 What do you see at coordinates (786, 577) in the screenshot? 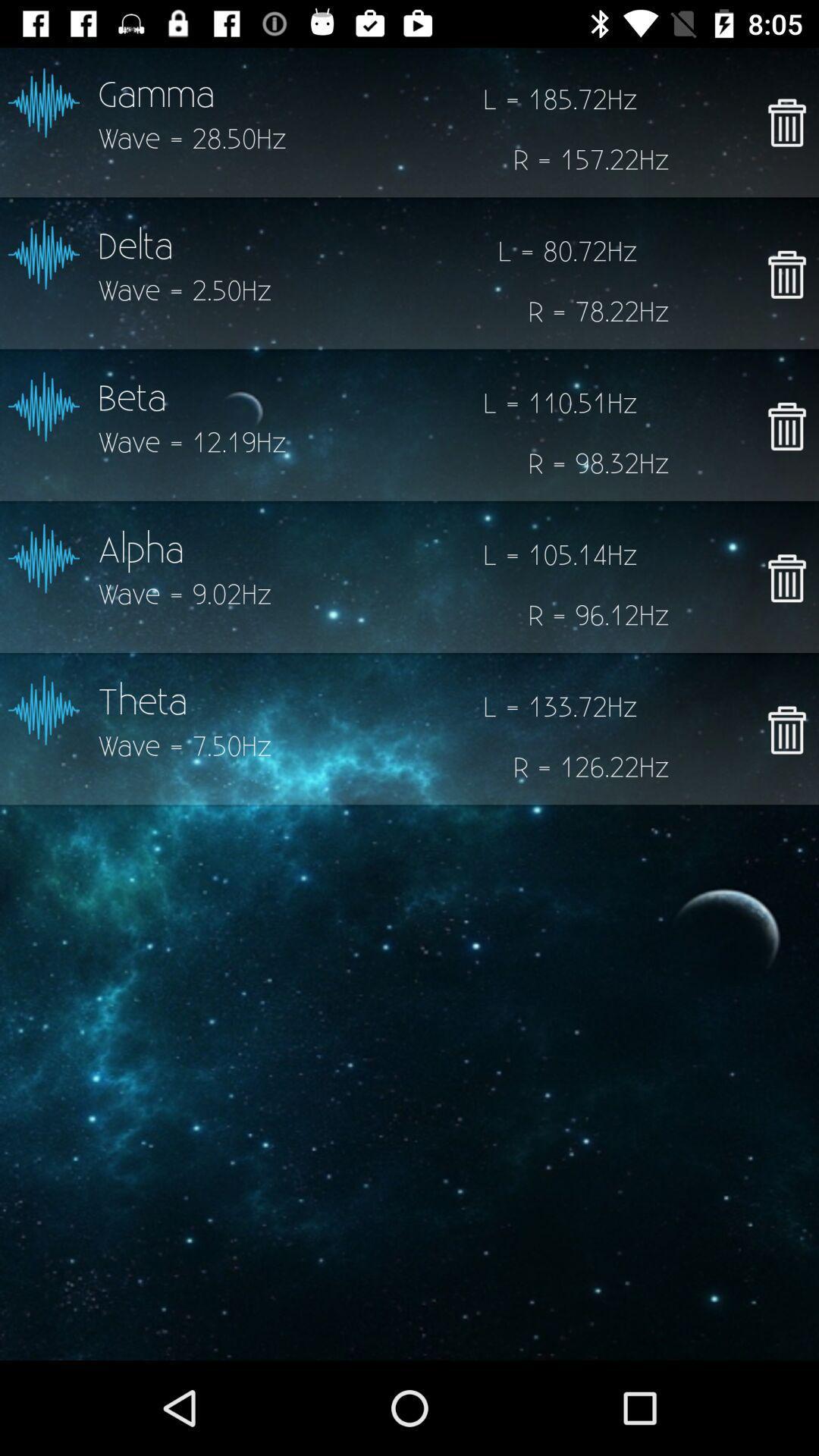
I see `deleted` at bounding box center [786, 577].